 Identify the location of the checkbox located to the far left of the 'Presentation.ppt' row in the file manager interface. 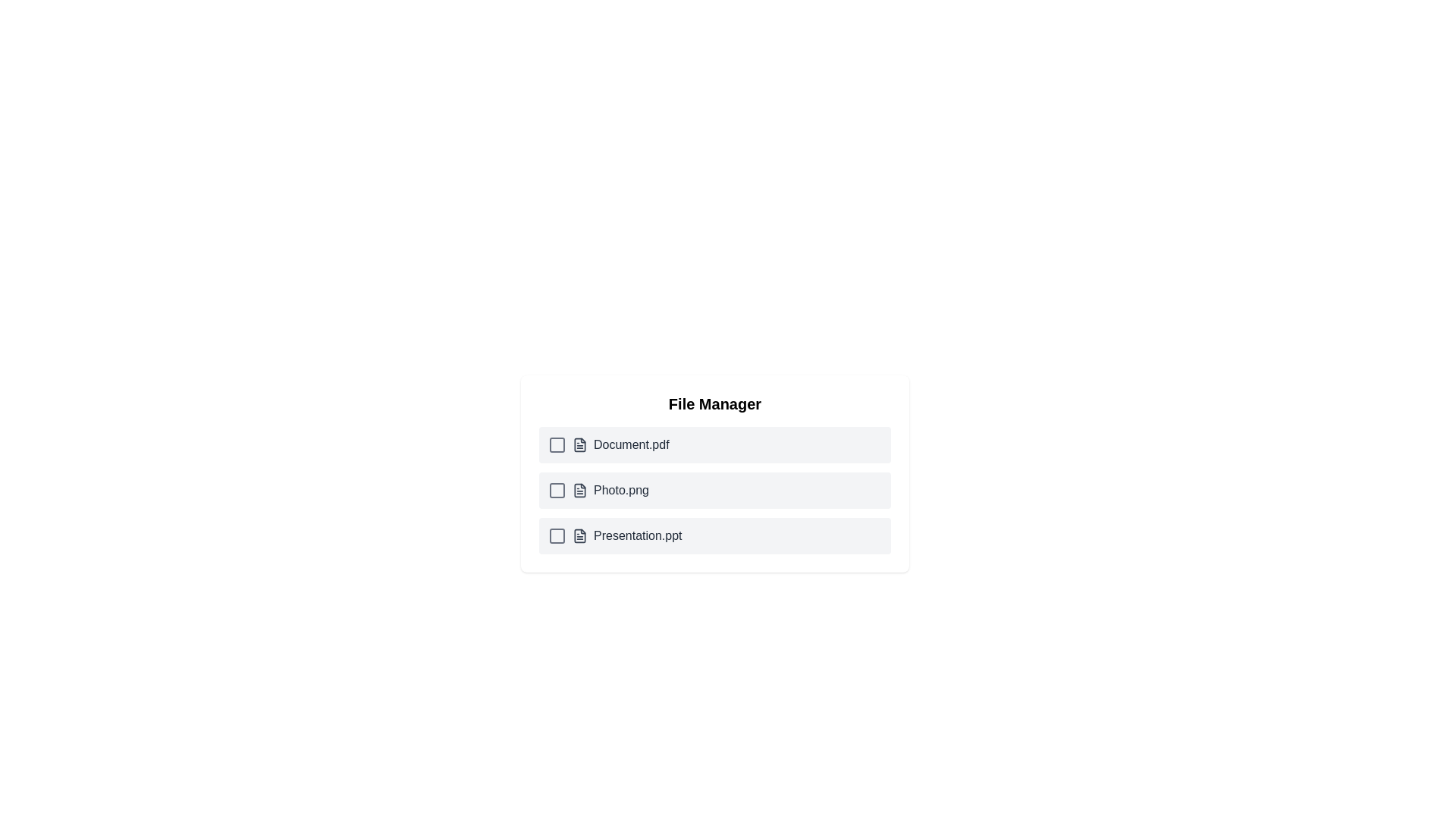
(556, 535).